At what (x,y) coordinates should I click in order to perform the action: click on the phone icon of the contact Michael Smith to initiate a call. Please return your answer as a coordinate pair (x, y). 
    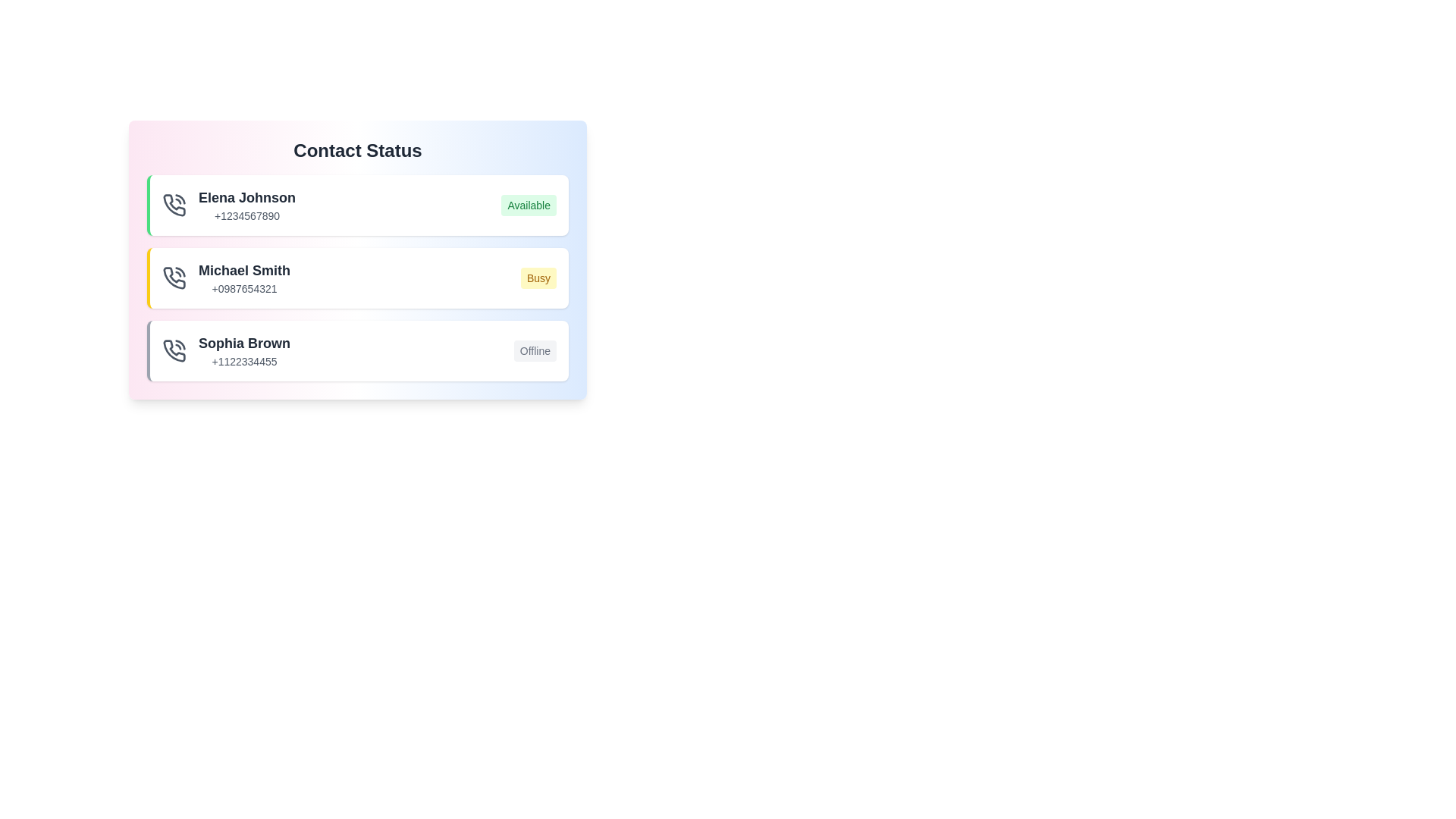
    Looking at the image, I should click on (174, 278).